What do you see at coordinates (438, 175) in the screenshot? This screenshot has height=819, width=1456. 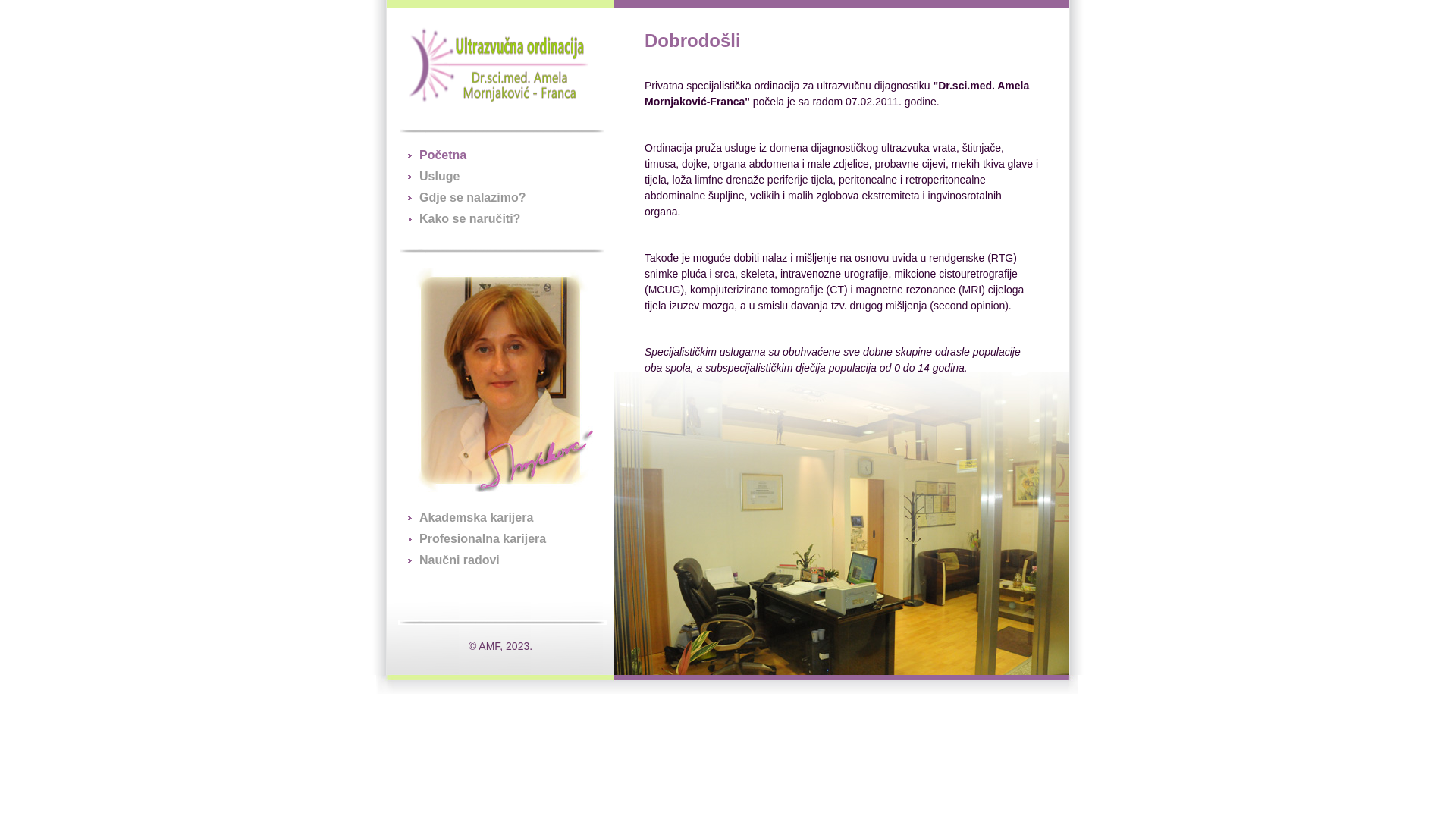 I see `'Usluge'` at bounding box center [438, 175].